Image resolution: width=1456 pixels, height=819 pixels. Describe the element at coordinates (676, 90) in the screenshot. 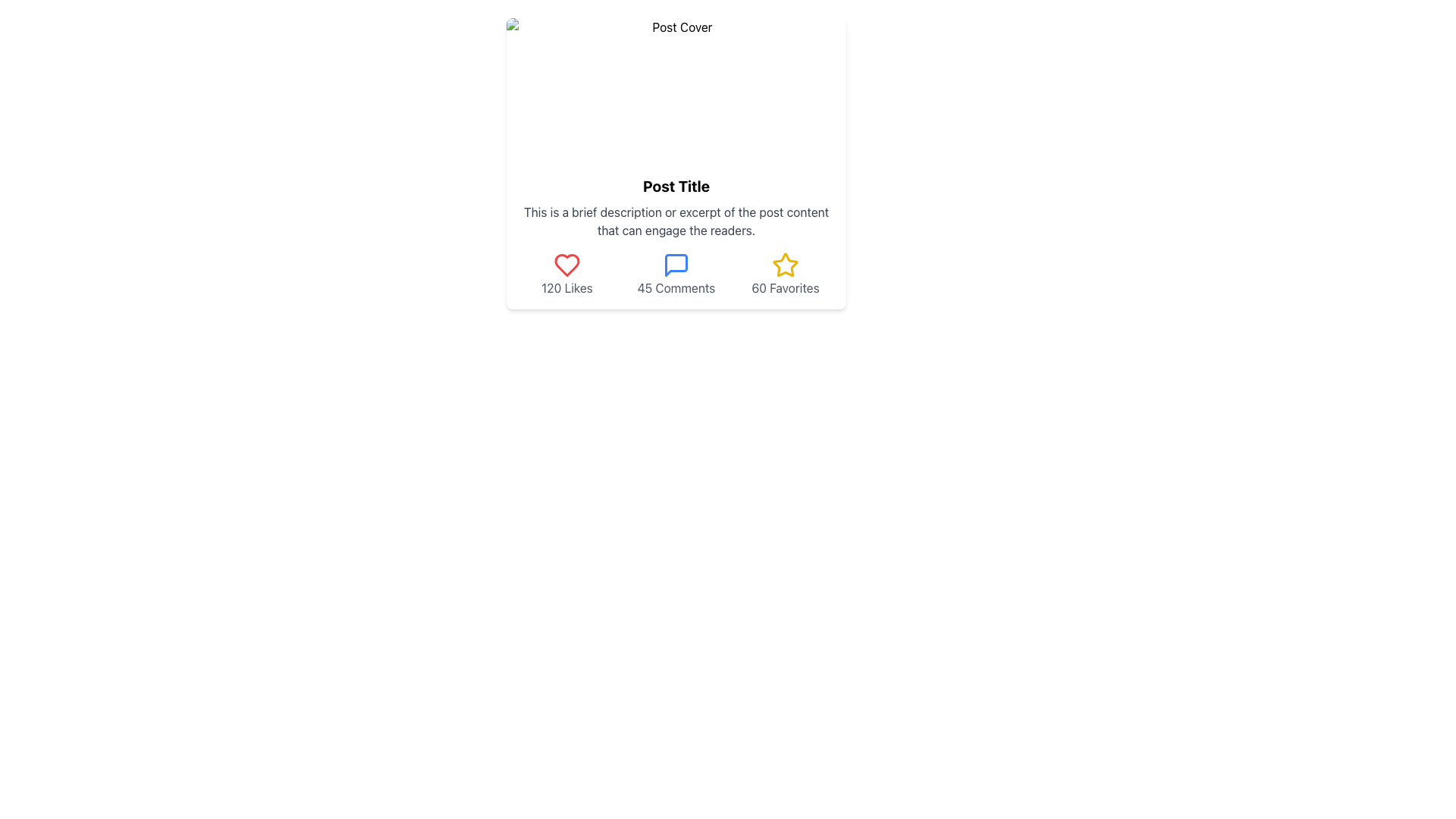

I see `the rectangular image placeholder labeled 'Post Cover' at the top of the card layout` at that location.